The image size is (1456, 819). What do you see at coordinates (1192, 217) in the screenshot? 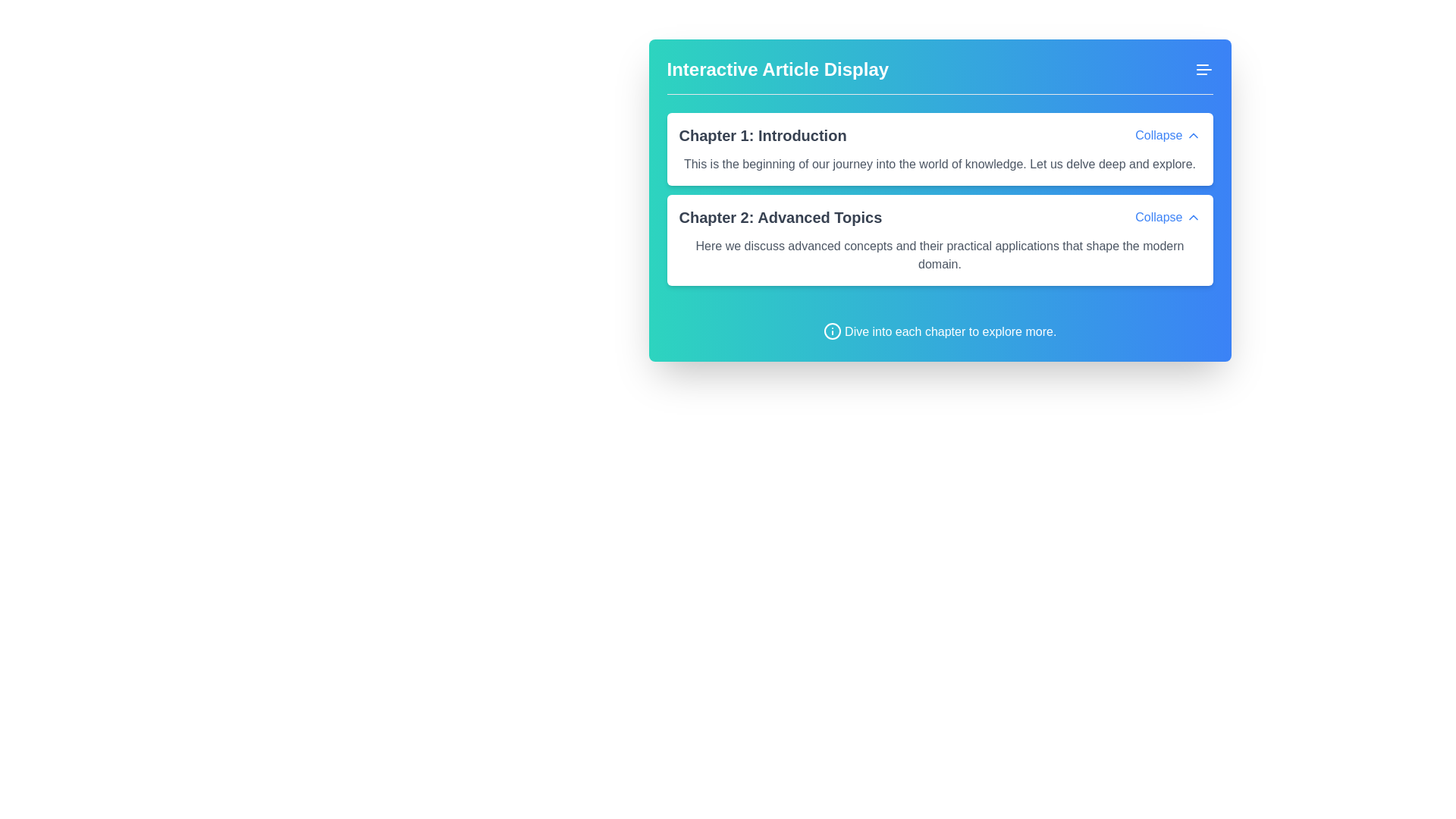
I see `the collapse icon located in the upper-right corner of the second chapter's box, which serves as a visual indicator for collapsing content` at bounding box center [1192, 217].